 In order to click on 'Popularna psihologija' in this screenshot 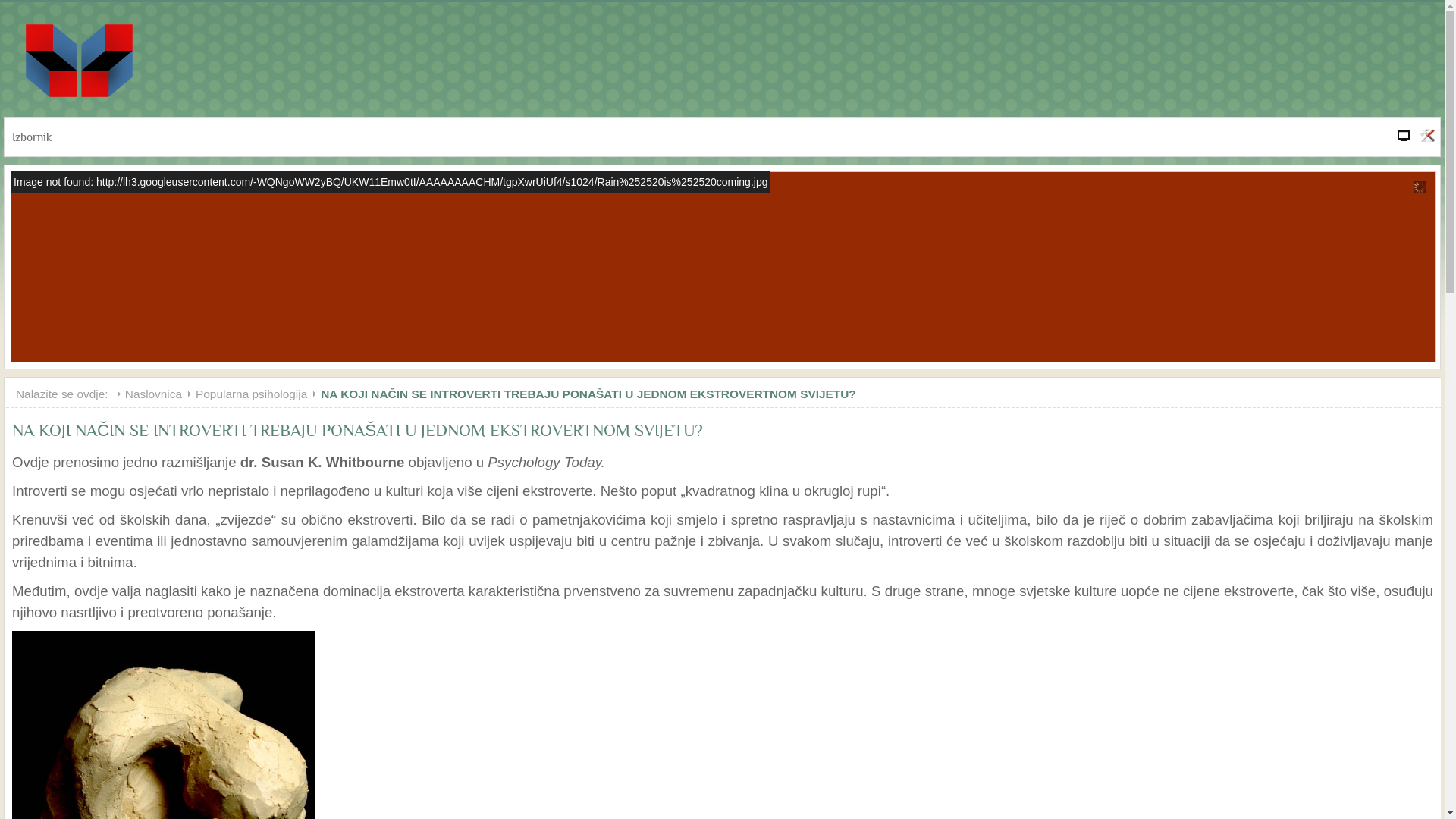, I will do `click(195, 393)`.